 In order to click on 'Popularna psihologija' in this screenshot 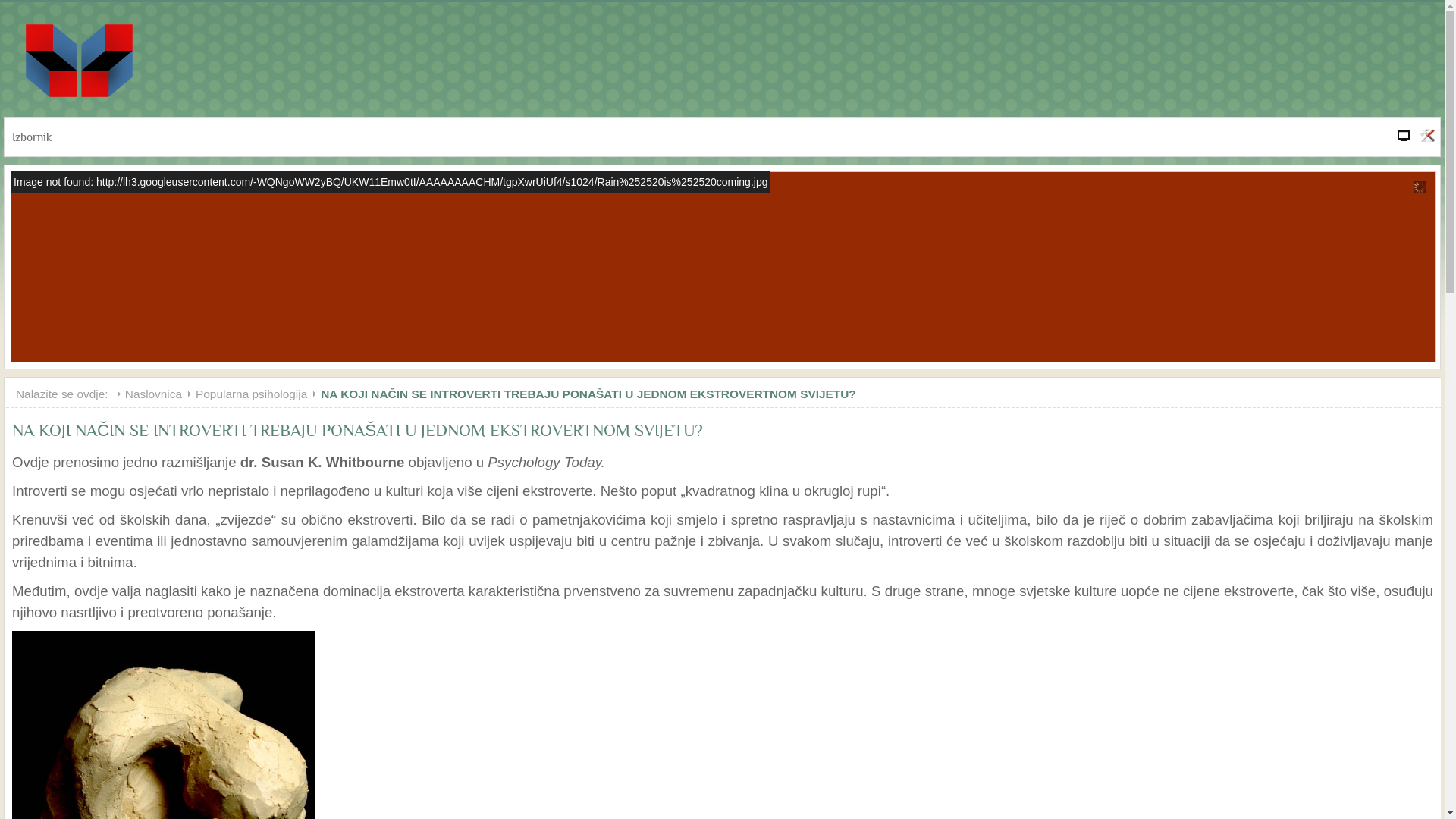, I will do `click(195, 393)`.